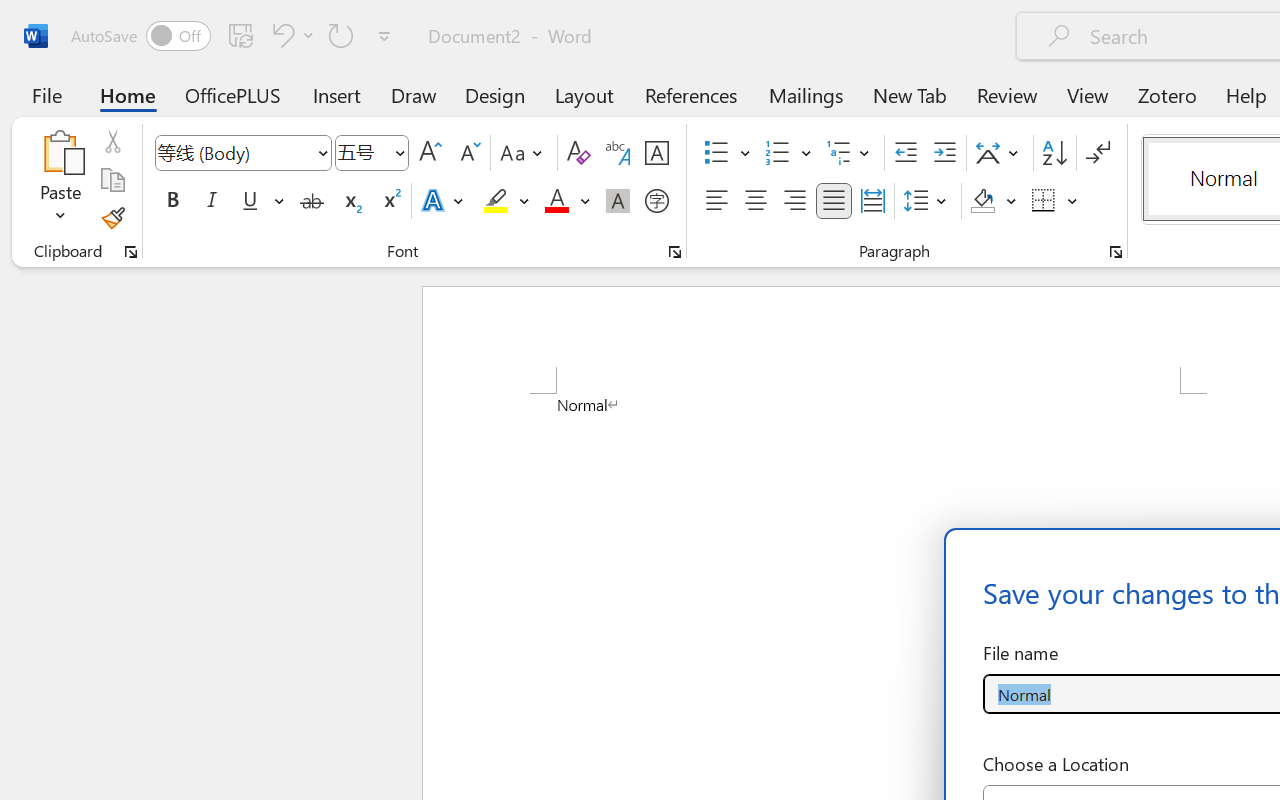 The width and height of the screenshot is (1280, 800). Describe the element at coordinates (577, 153) in the screenshot. I see `'Clear Formatting'` at that location.